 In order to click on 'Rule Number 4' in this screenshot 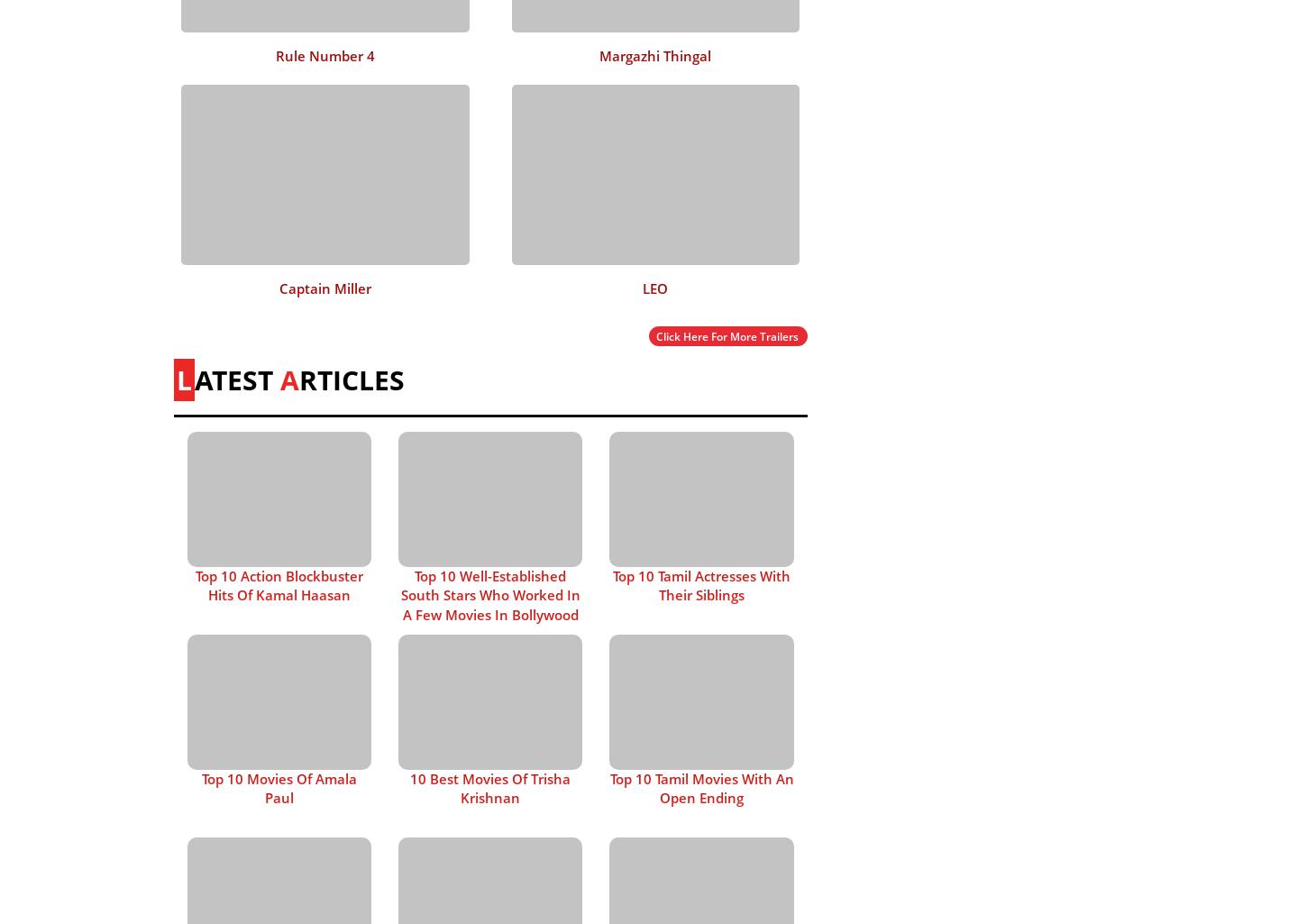, I will do `click(324, 53)`.